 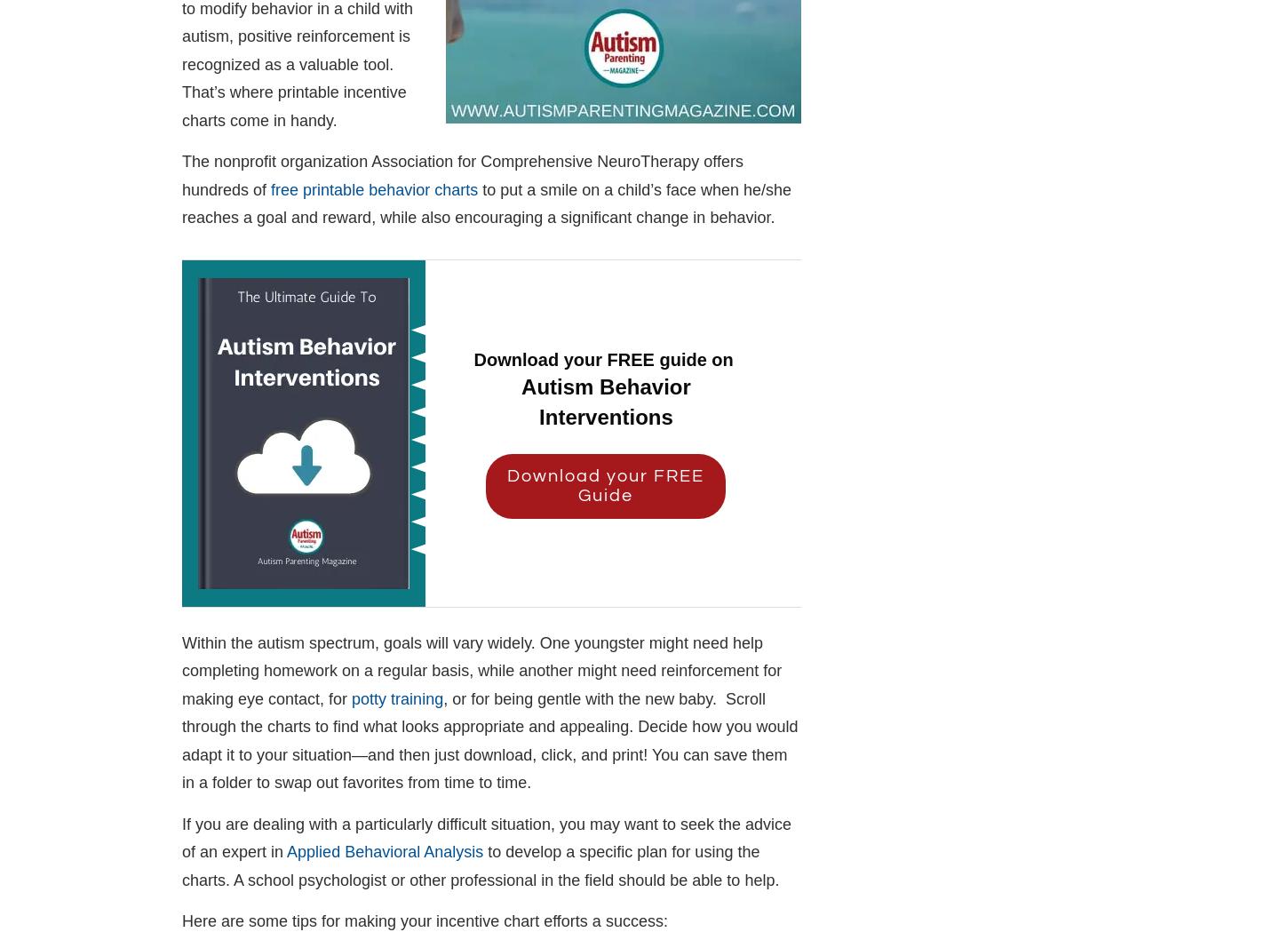 What do you see at coordinates (462, 175) in the screenshot?
I see `'The nonprofit organization Association for Comprehensive NeuroTherapy offers hundreds of'` at bounding box center [462, 175].